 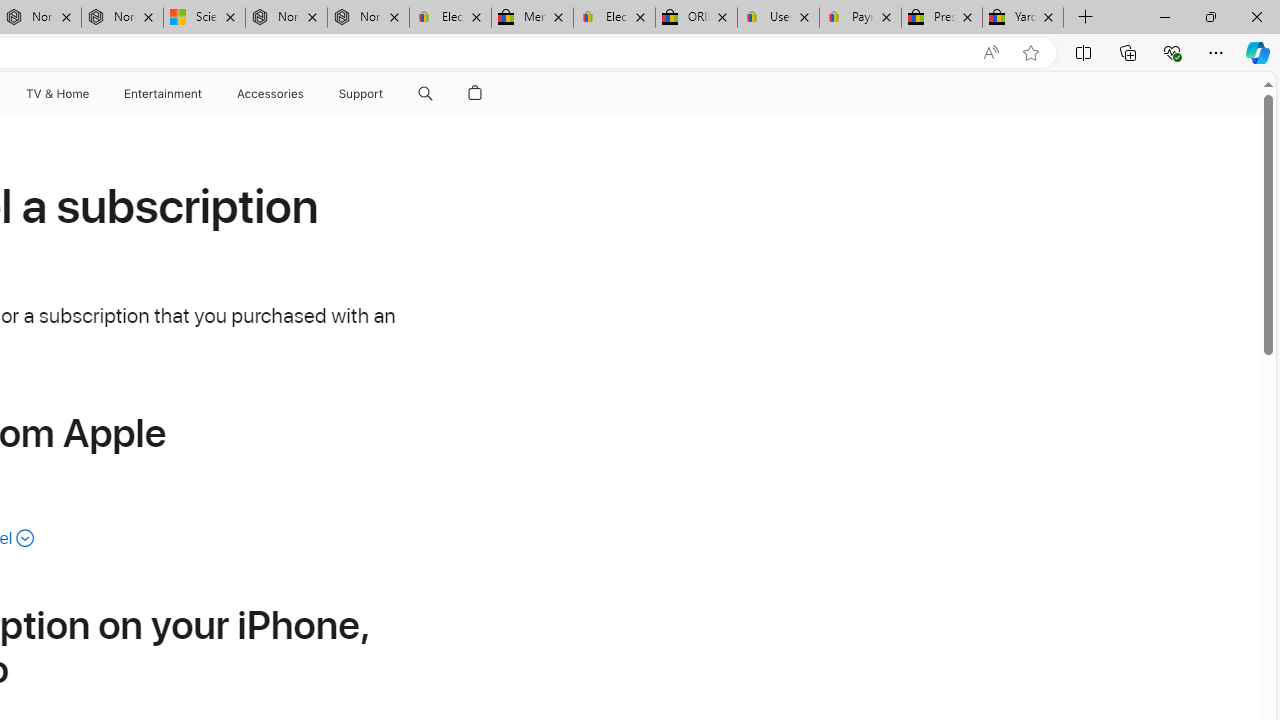 What do you see at coordinates (777, 17) in the screenshot?
I see `'User Privacy Notice | eBay'` at bounding box center [777, 17].